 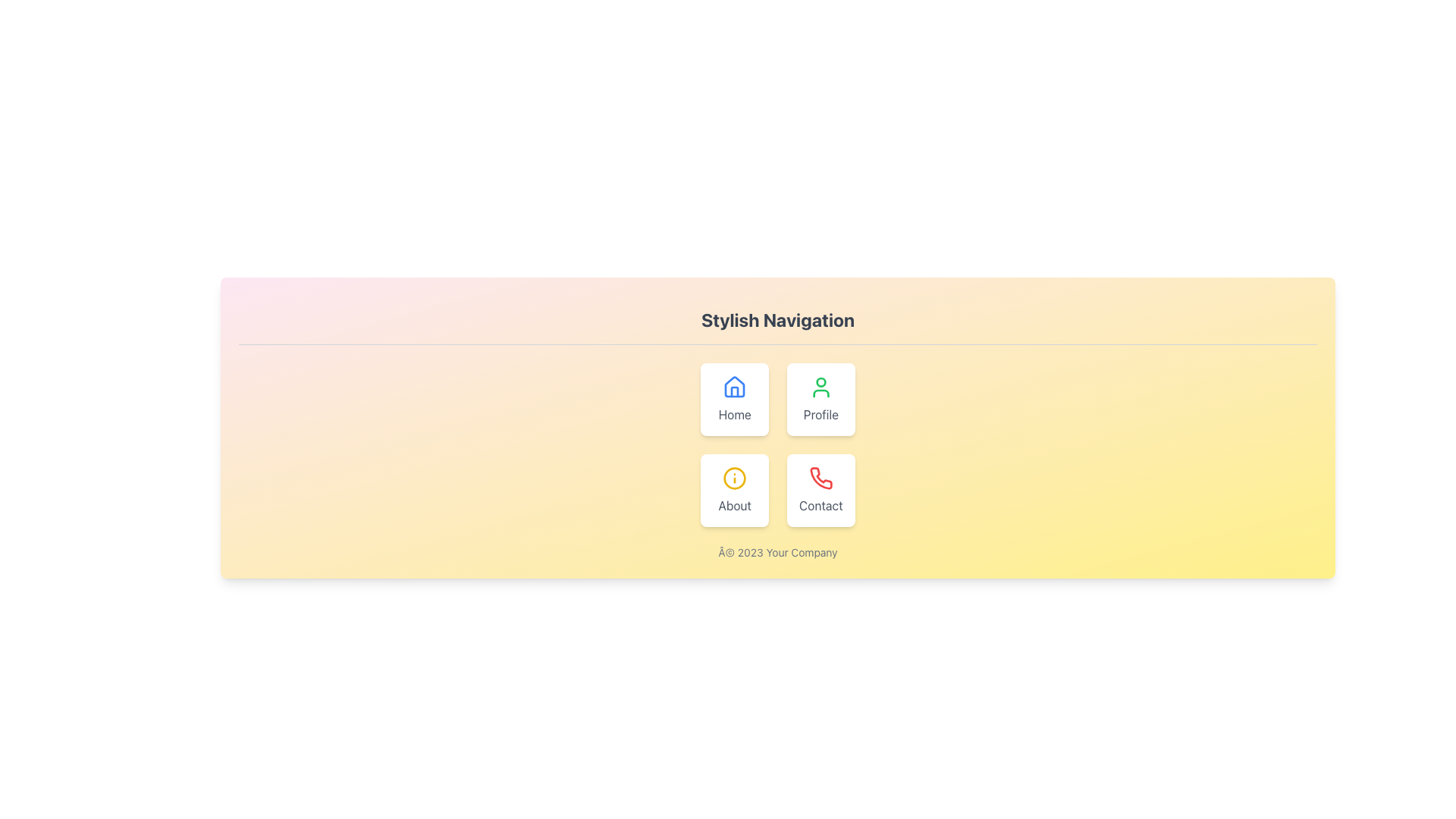 What do you see at coordinates (735, 491) in the screenshot?
I see `the bottom-left navigational button in the grid` at bounding box center [735, 491].